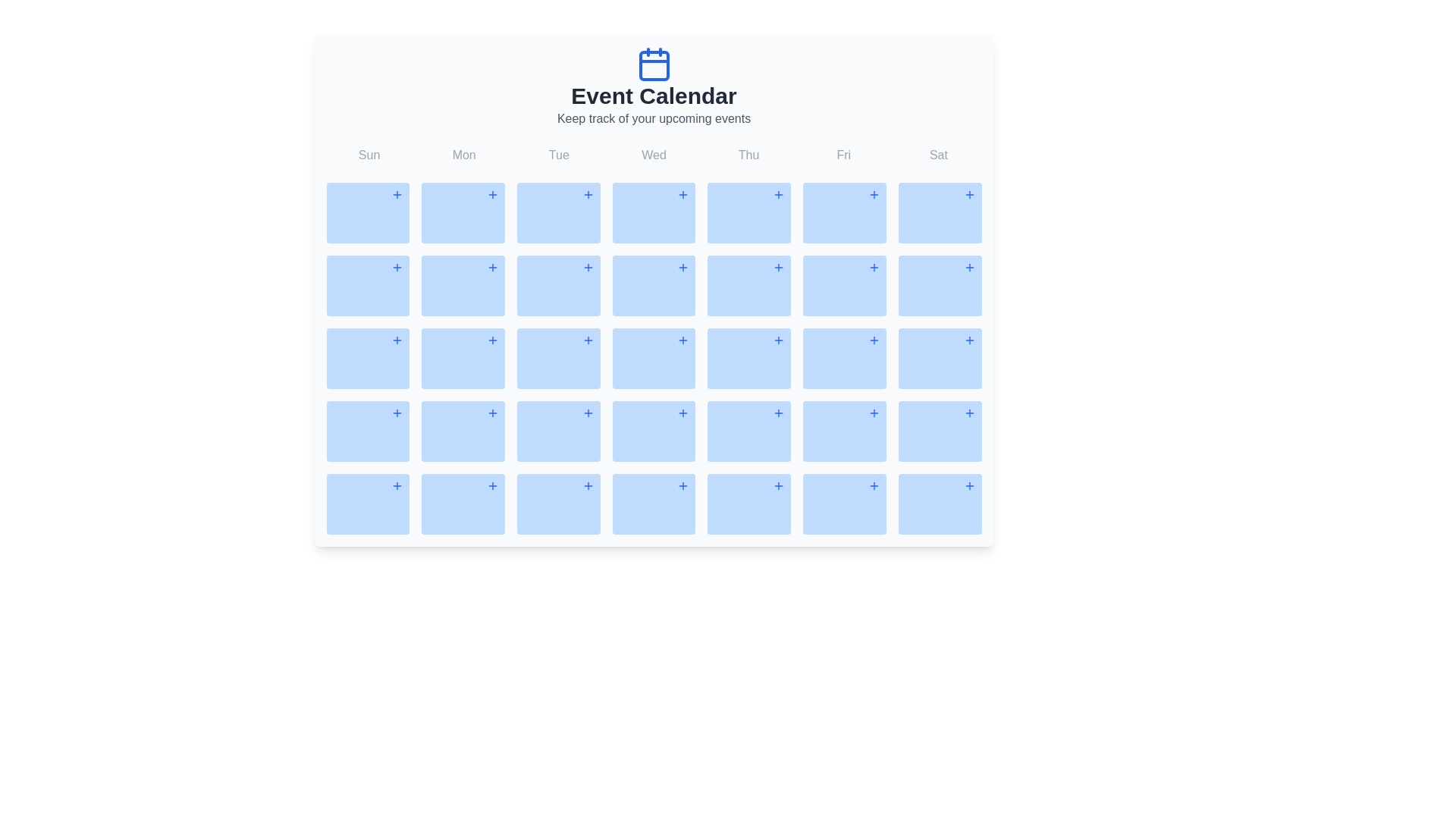 The width and height of the screenshot is (1456, 819). Describe the element at coordinates (874, 339) in the screenshot. I see `the button located in the top-right corner of the blue-highlighted rectangular box in the calendar interface` at that location.